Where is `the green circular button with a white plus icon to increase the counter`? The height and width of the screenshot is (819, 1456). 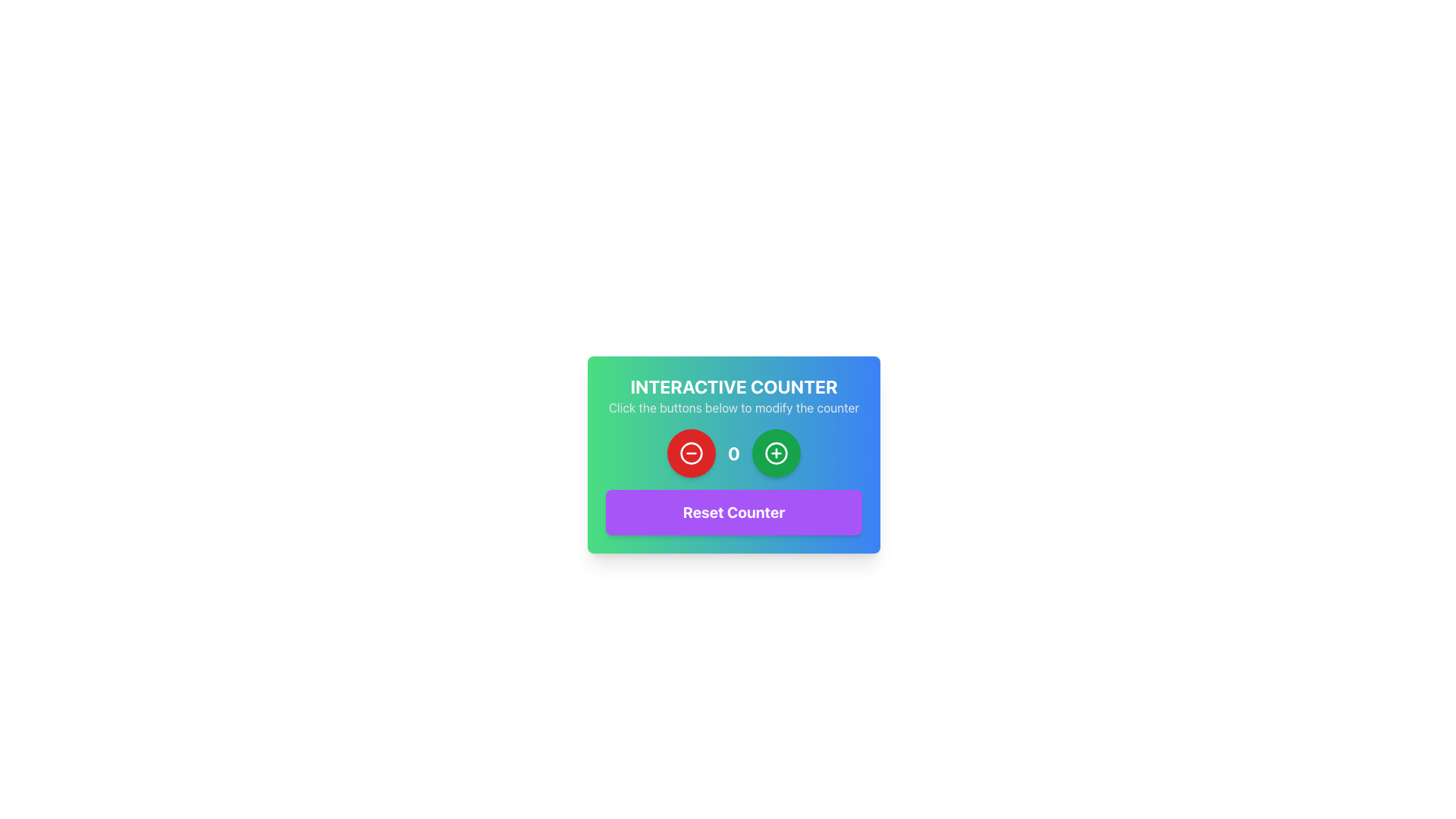 the green circular button with a white plus icon to increase the counter is located at coordinates (776, 452).